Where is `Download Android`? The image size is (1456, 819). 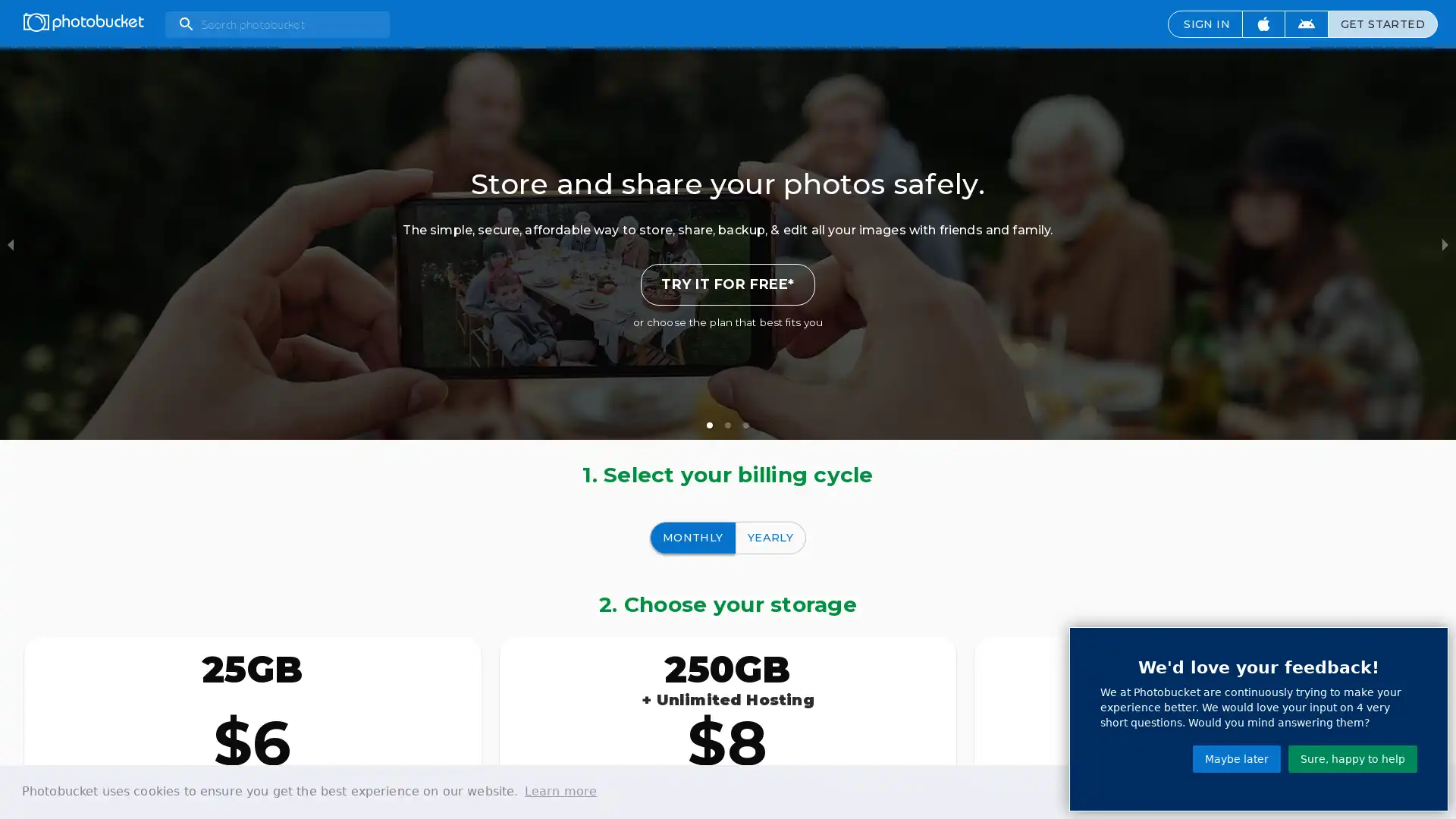 Download Android is located at coordinates (1305, 24).